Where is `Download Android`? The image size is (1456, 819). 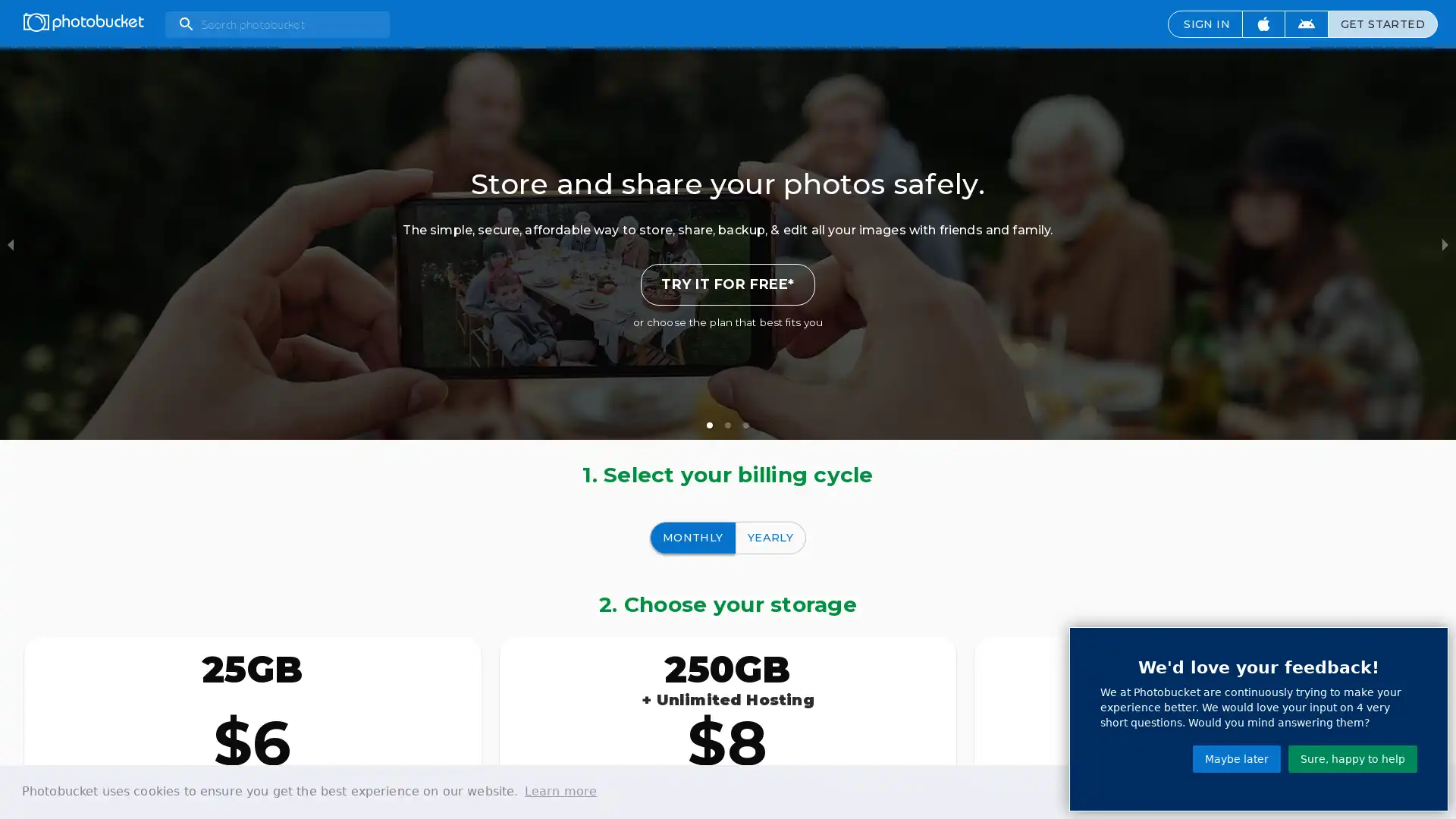 Download Android is located at coordinates (1305, 24).